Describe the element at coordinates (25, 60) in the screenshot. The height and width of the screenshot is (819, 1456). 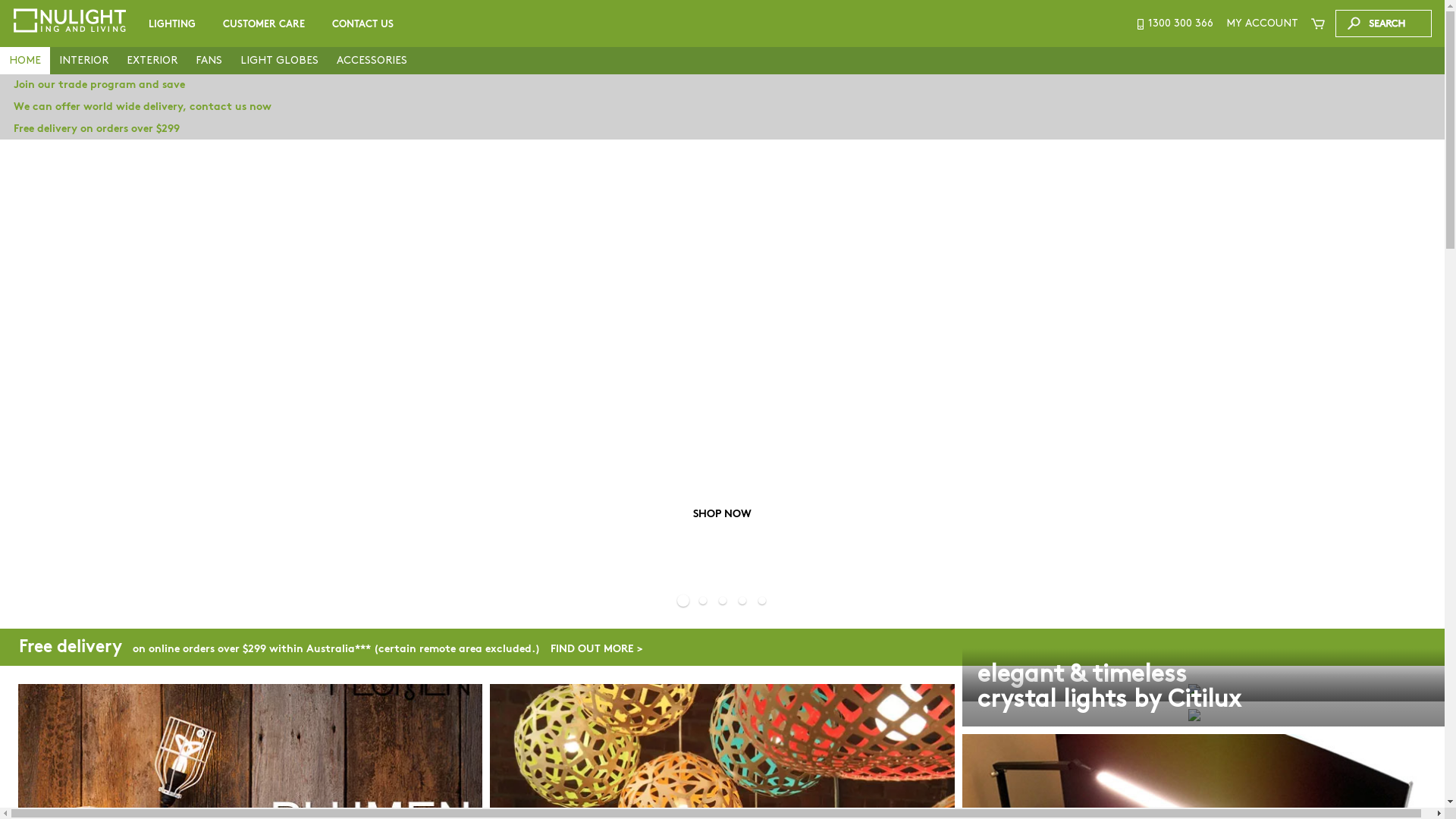
I see `'HOME'` at that location.